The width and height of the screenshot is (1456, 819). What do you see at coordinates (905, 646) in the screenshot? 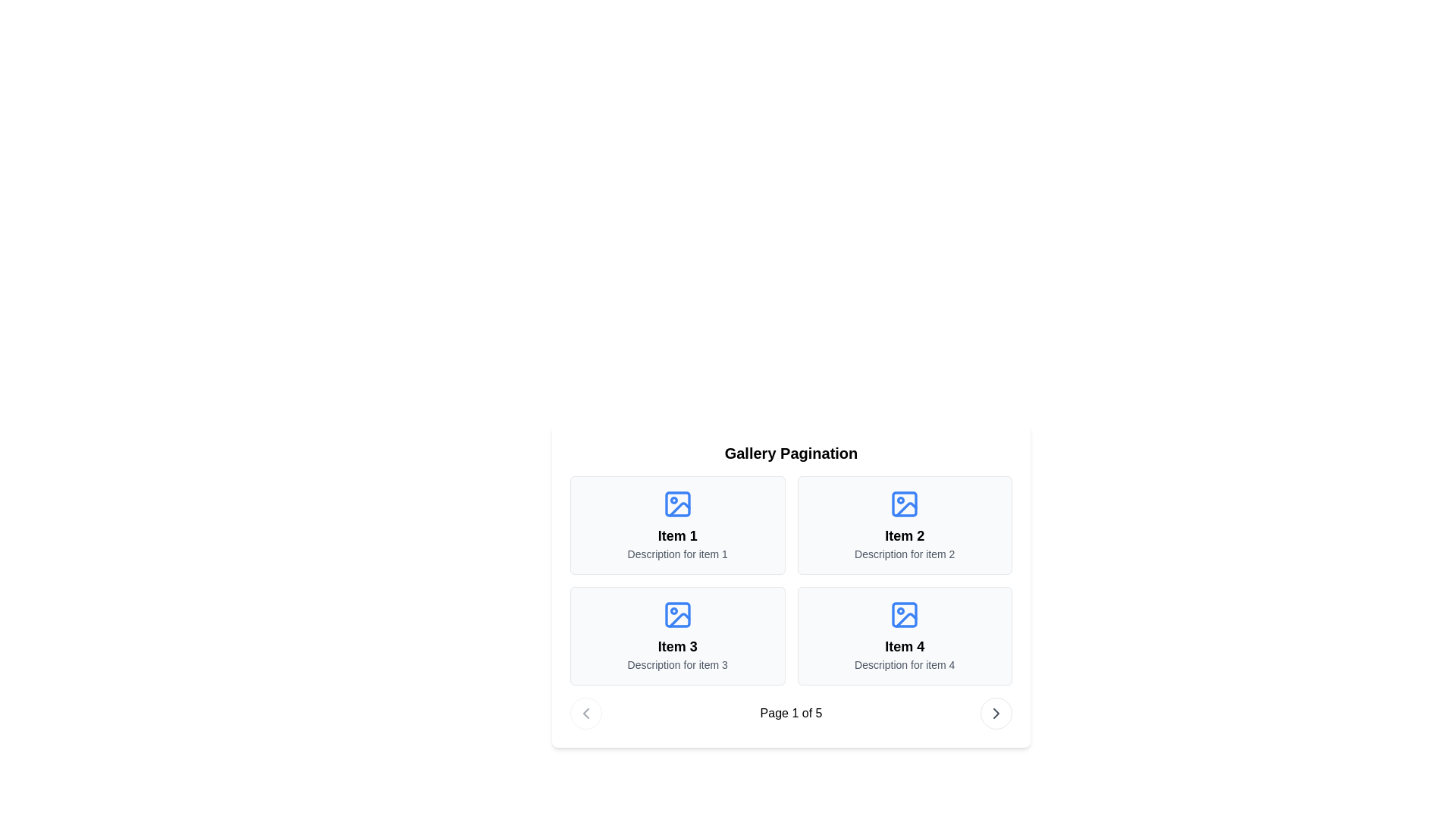
I see `the bold, centered static text labeled 'Item 4' located in the fourth card of the grid, in the bottom-right corner` at bounding box center [905, 646].